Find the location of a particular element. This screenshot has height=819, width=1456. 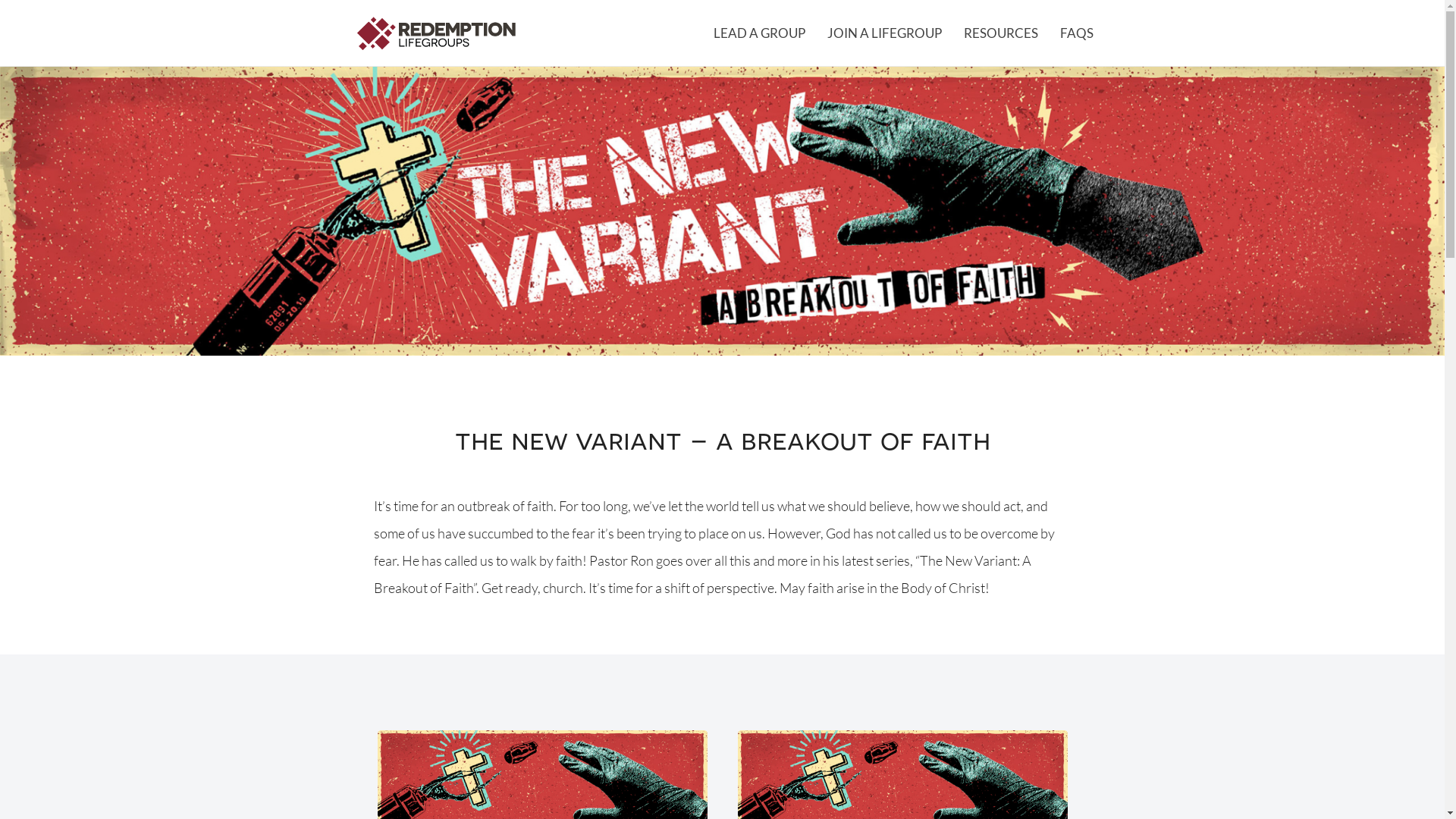

'JOIN A LIFEGROUP' is located at coordinates (814, 33).